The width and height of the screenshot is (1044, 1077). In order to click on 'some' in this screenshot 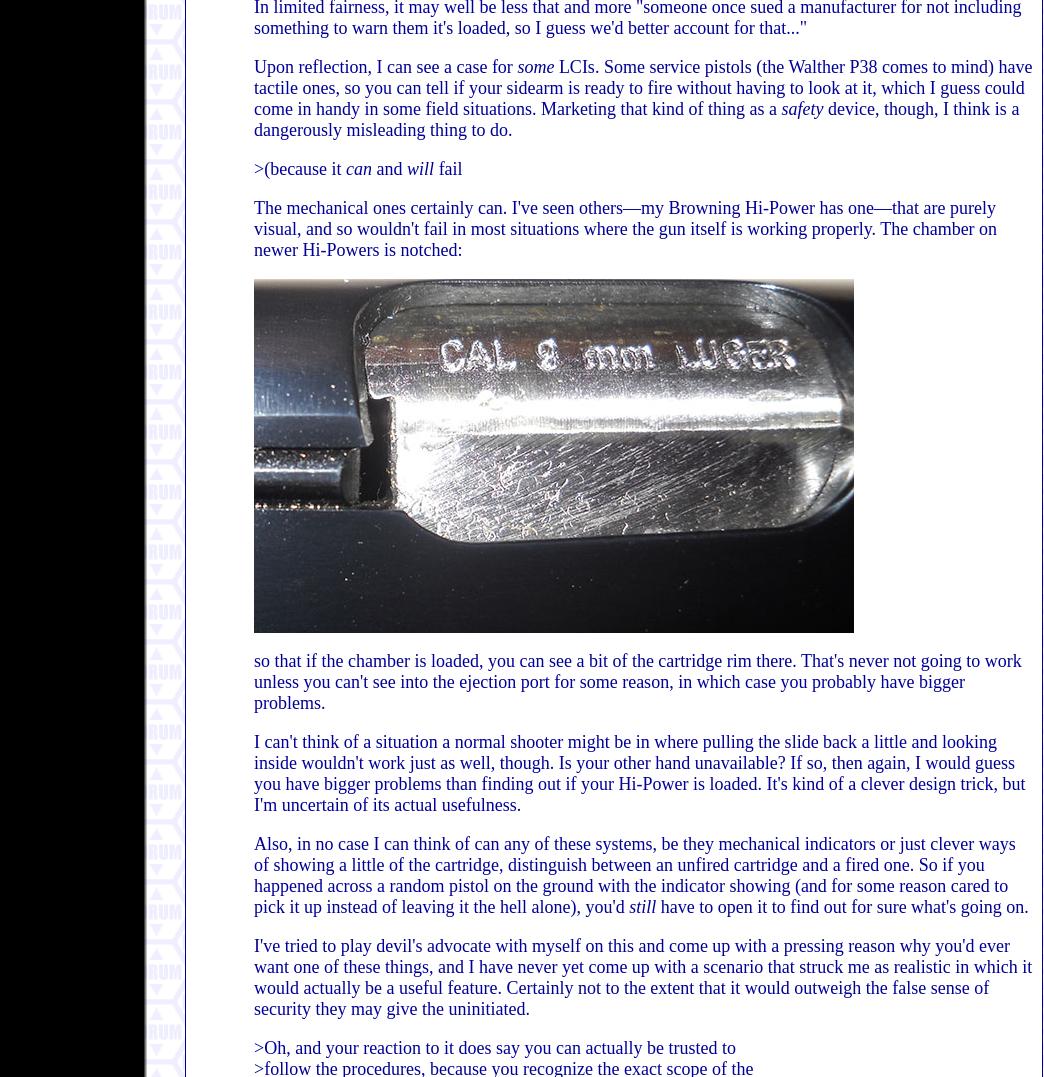, I will do `click(534, 66)`.